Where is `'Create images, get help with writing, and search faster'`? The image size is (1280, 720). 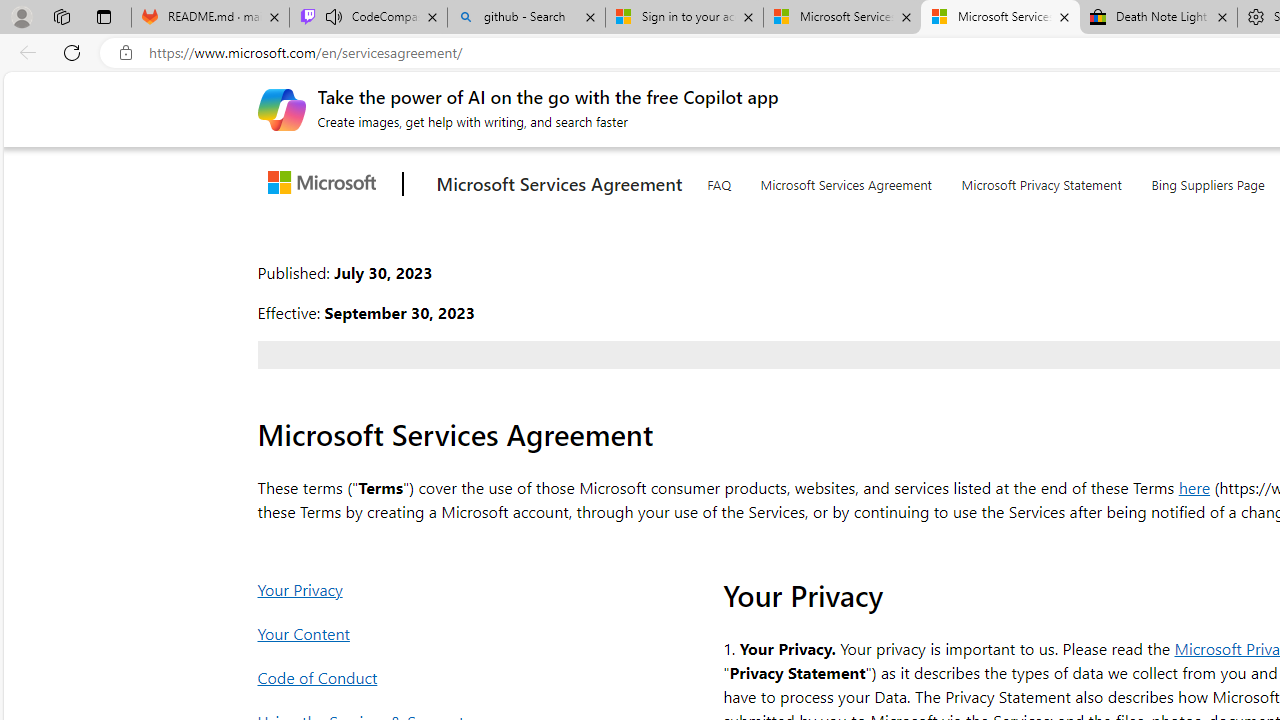
'Create images, get help with writing, and search faster' is located at coordinates (280, 109).